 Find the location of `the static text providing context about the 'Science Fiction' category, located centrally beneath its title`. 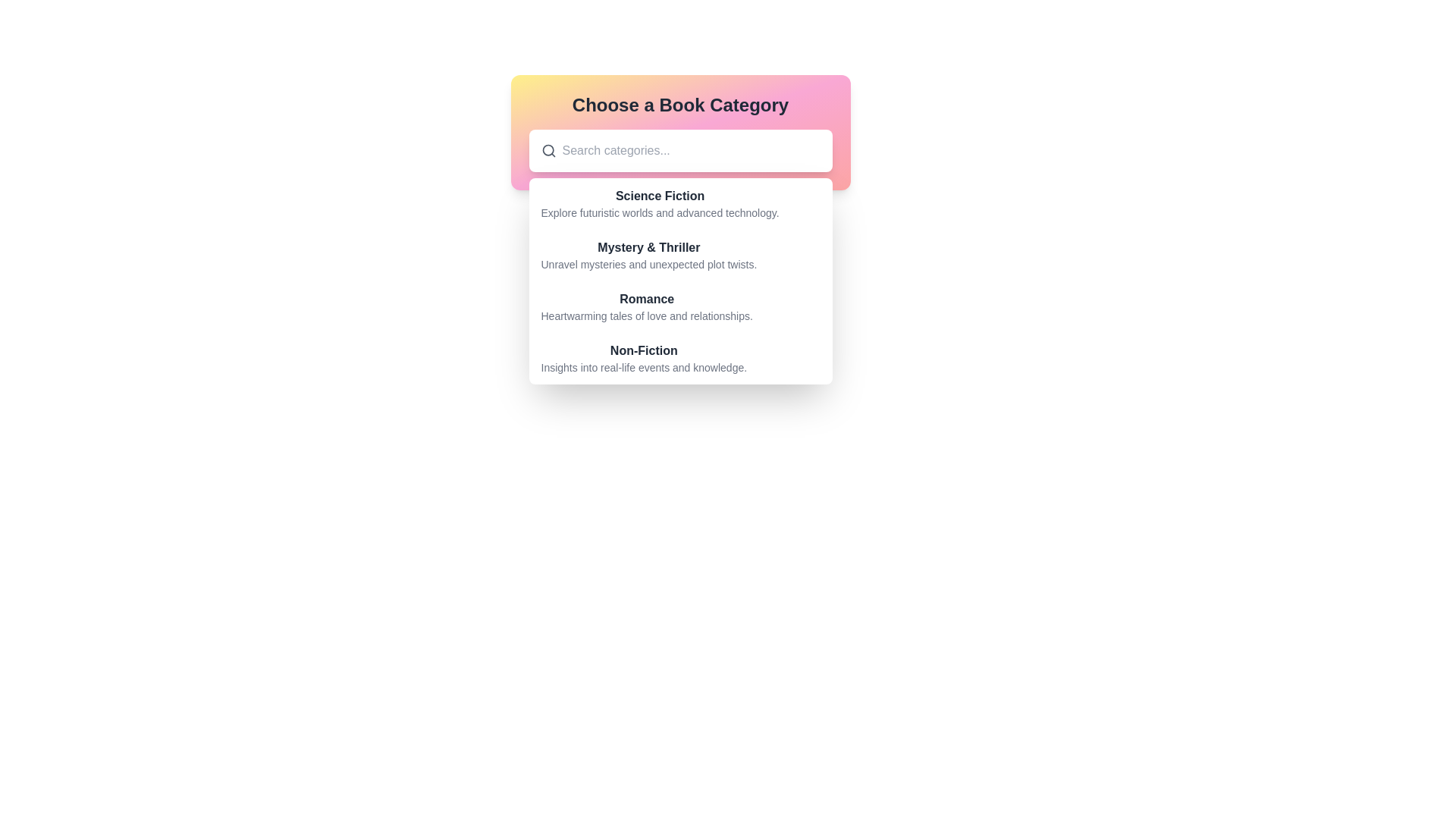

the static text providing context about the 'Science Fiction' category, located centrally beneath its title is located at coordinates (660, 213).